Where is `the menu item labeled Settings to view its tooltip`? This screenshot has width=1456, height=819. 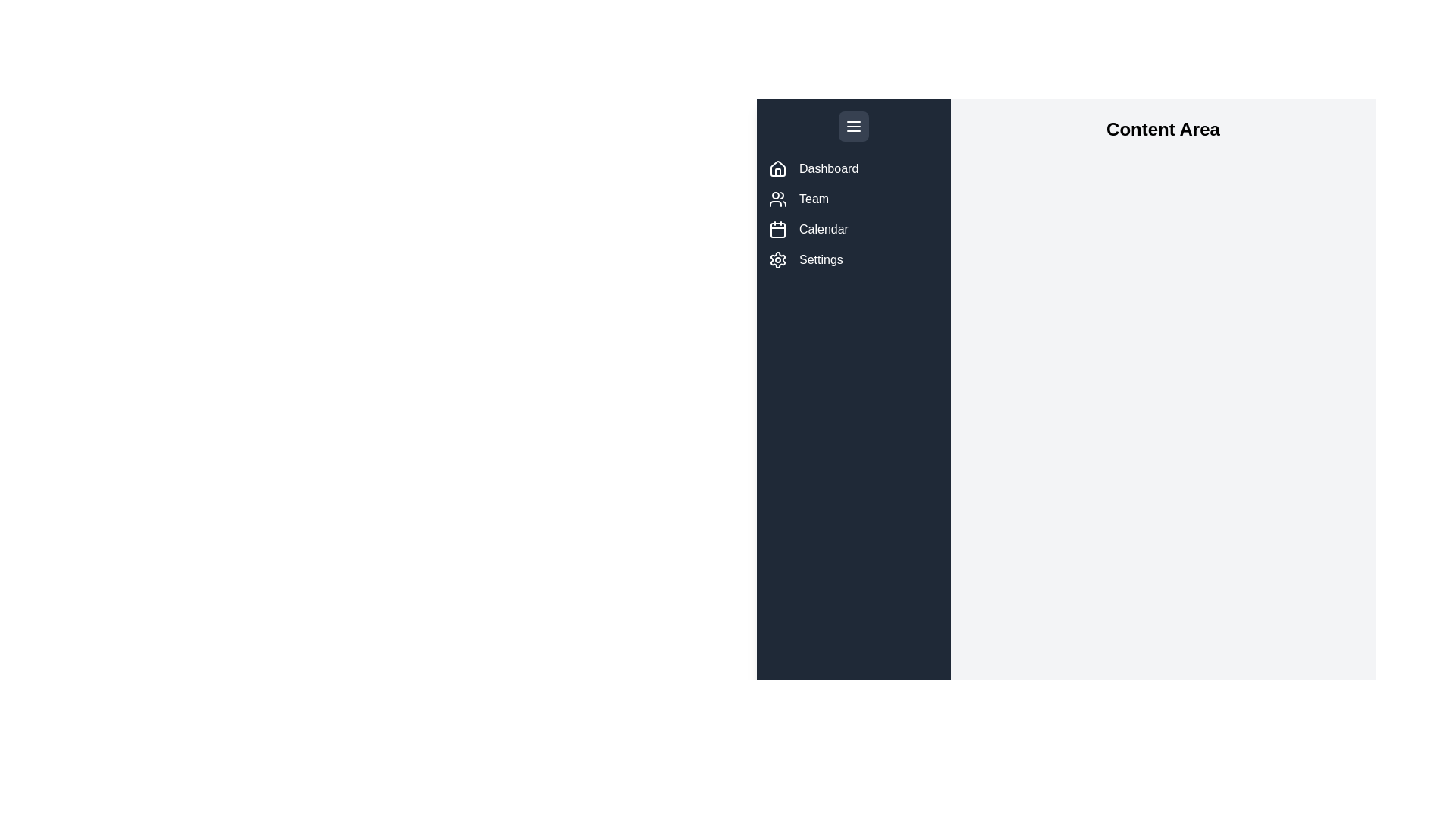
the menu item labeled Settings to view its tooltip is located at coordinates (778, 259).